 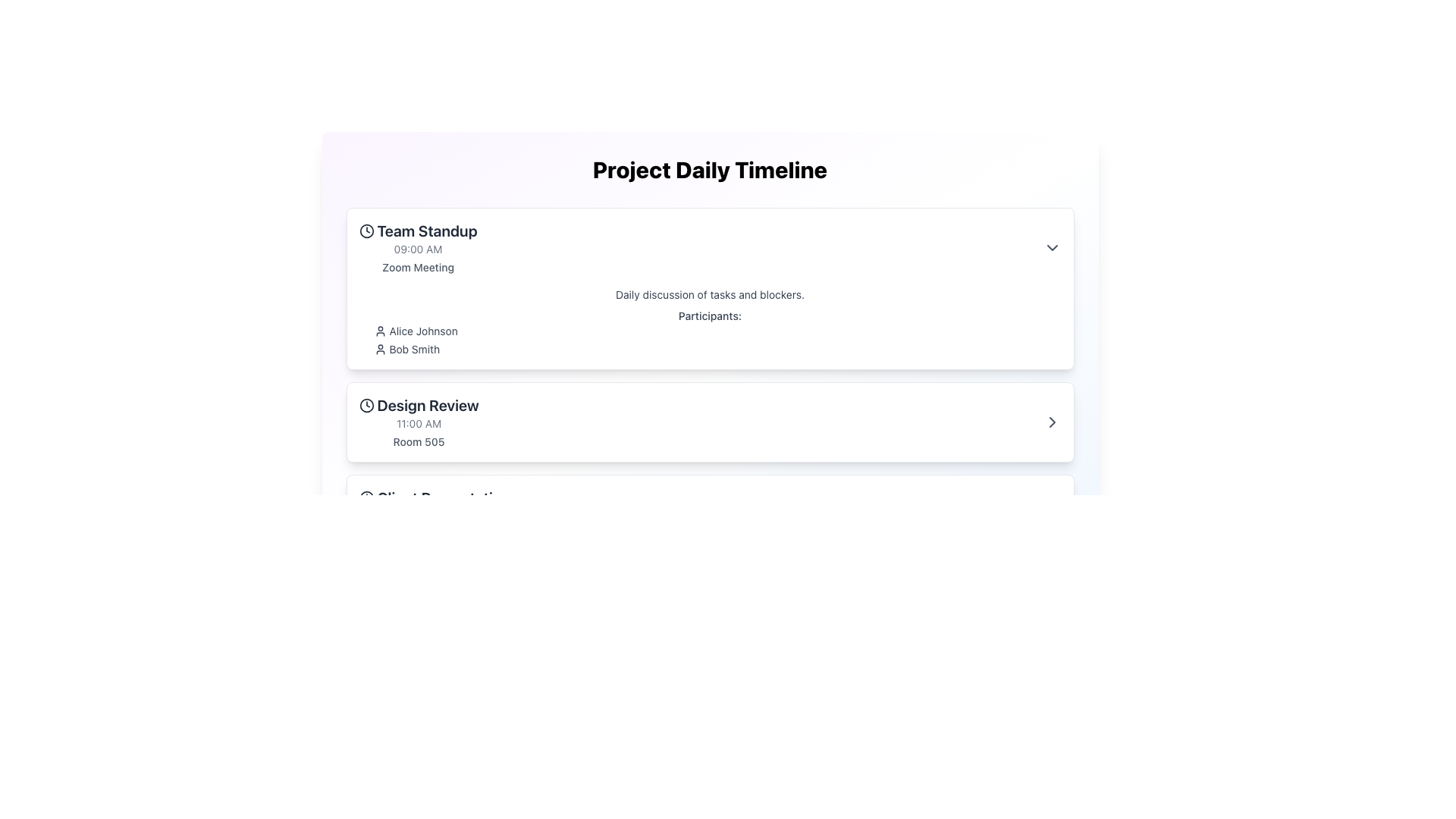 I want to click on the 'Team Standup' event listing in the top section of the 'Project Daily Timeline' interface, which is the first entry in a vertical list of events displayed within a white card with rounded edges, so click(x=418, y=247).